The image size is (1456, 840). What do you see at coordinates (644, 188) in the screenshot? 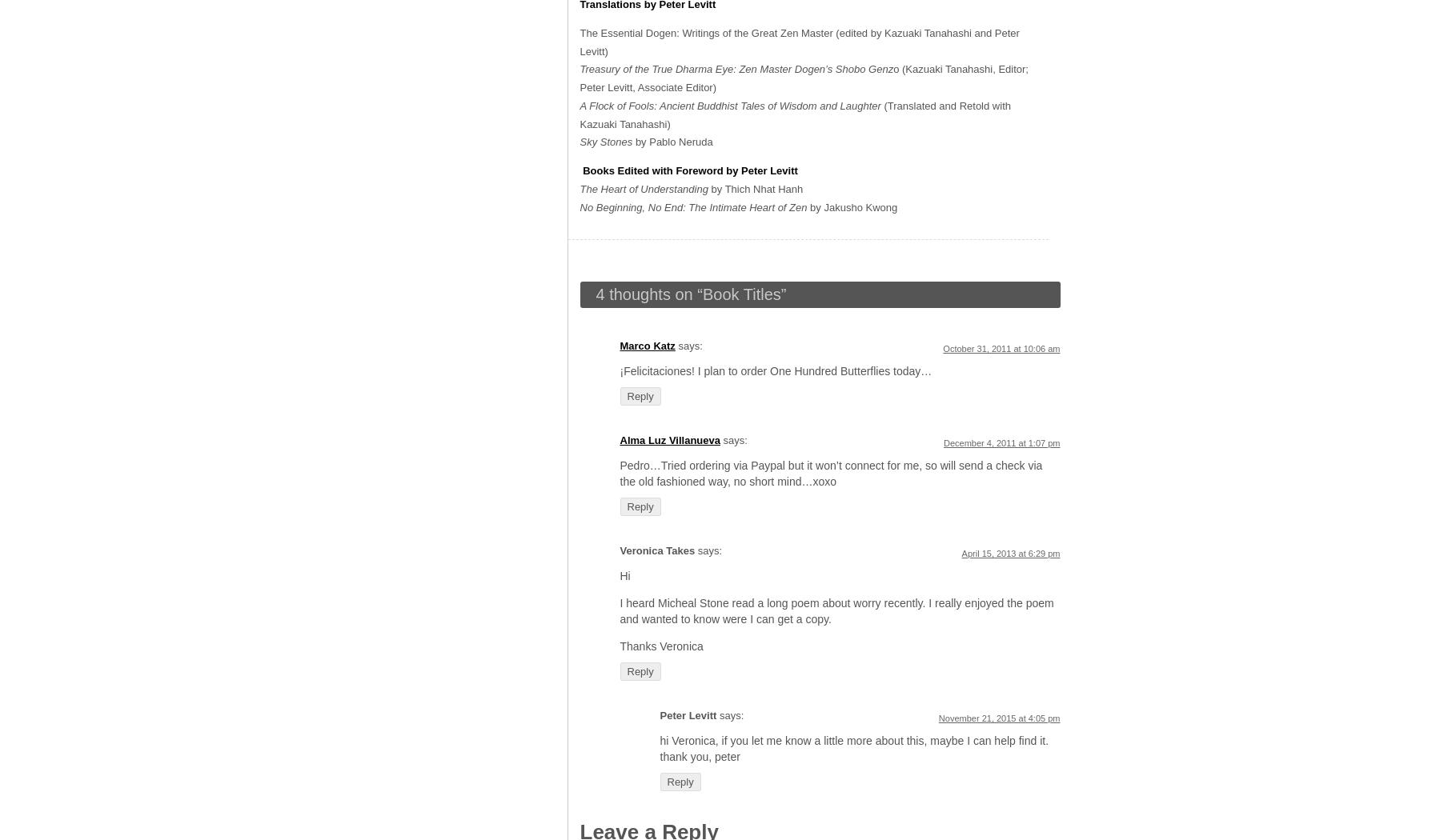
I see `'The Heart of Understanding'` at bounding box center [644, 188].